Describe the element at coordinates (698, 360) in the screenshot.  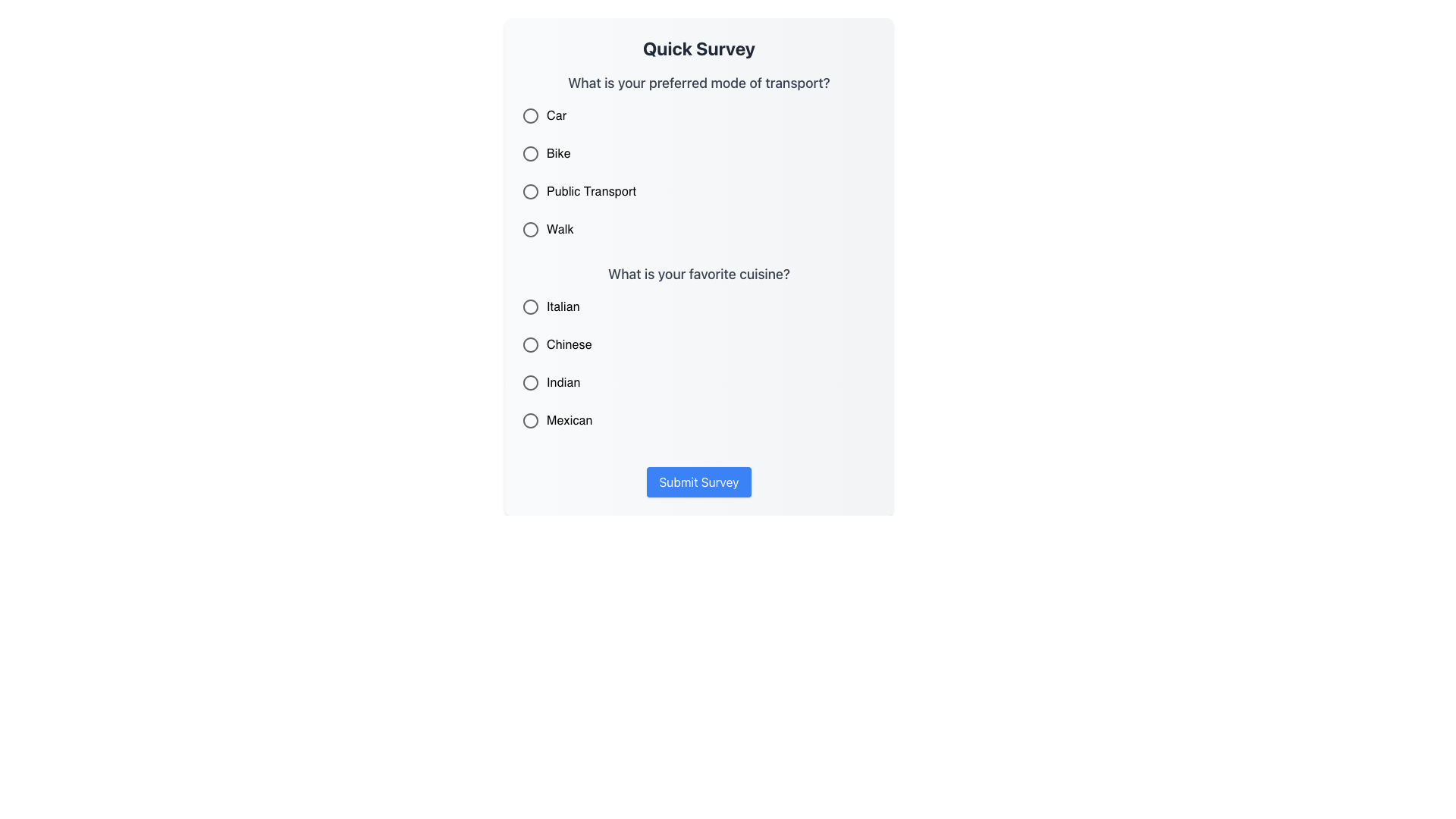
I see `the radio button for selecting a cuisine option from the group located below the question 'What is your favorite cuisine?'` at that location.